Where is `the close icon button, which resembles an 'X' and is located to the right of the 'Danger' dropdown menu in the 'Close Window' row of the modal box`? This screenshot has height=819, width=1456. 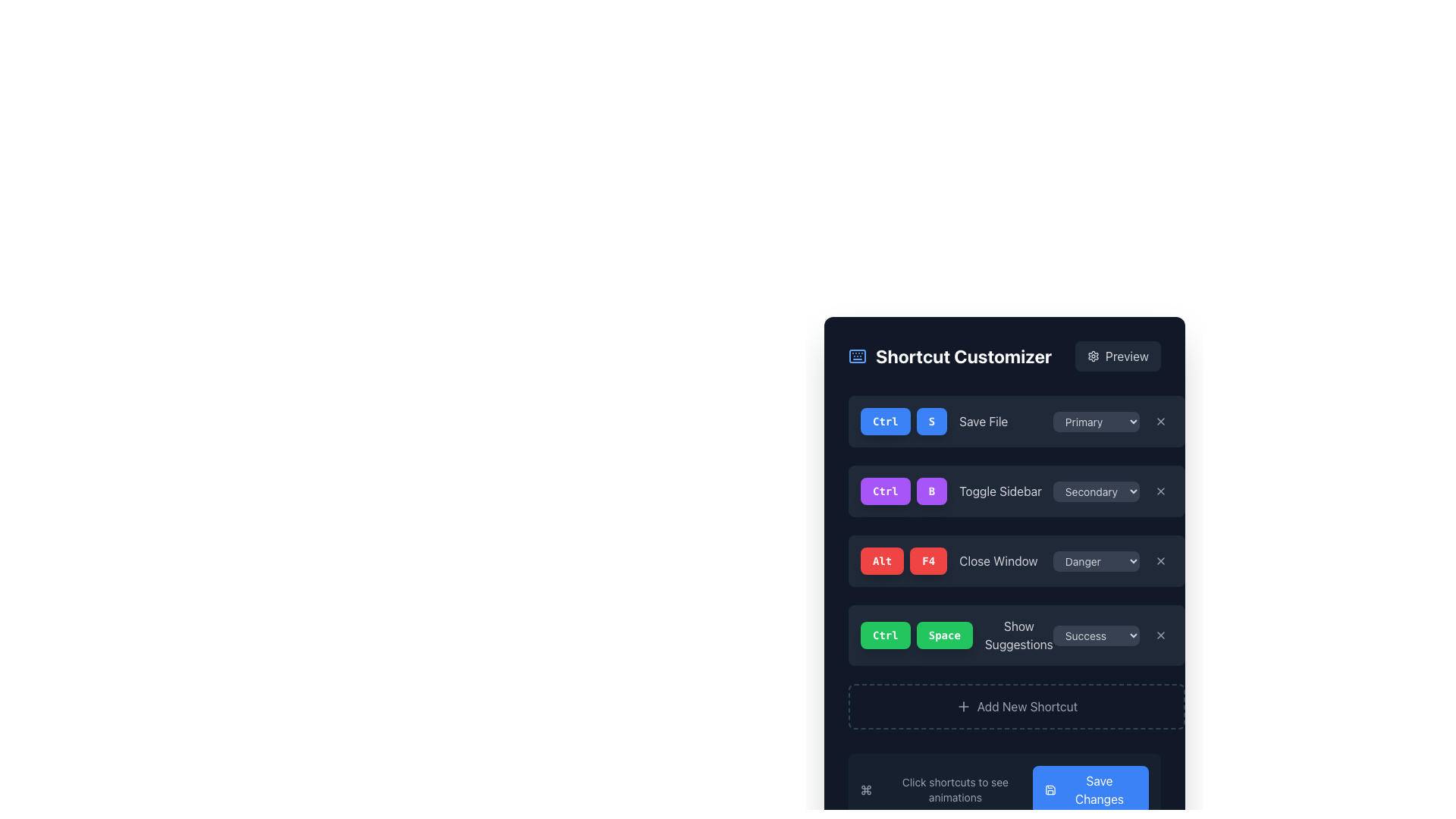 the close icon button, which resembles an 'X' and is located to the right of the 'Danger' dropdown menu in the 'Close Window' row of the modal box is located at coordinates (1159, 561).